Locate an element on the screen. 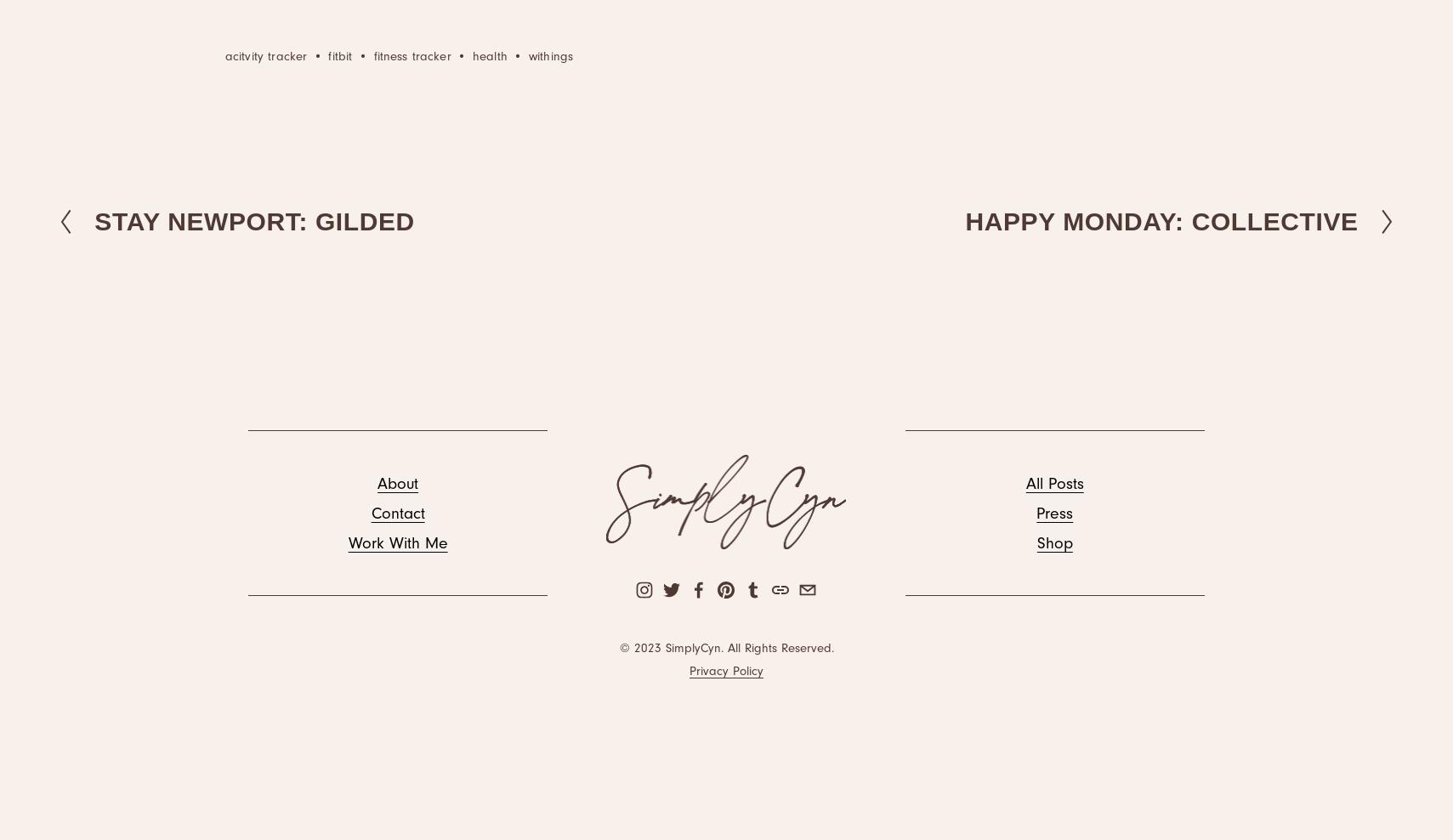 Image resolution: width=1453 pixels, height=840 pixels. 'HAPPY MONDAY: COLLECTIVE' is located at coordinates (964, 219).